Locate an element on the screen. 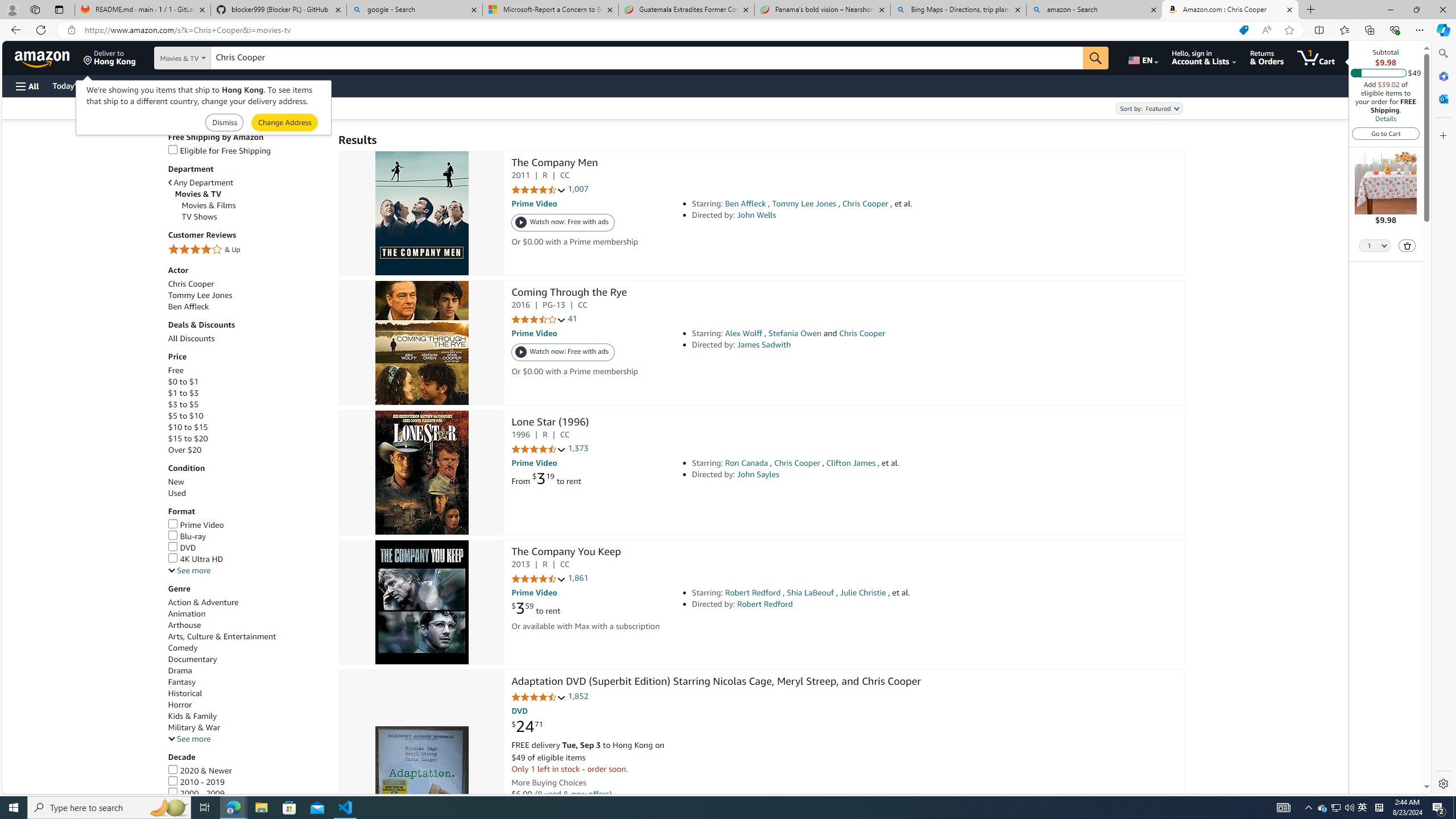 Image resolution: width=1456 pixels, height=819 pixels. 'Military & War' is located at coordinates (193, 727).